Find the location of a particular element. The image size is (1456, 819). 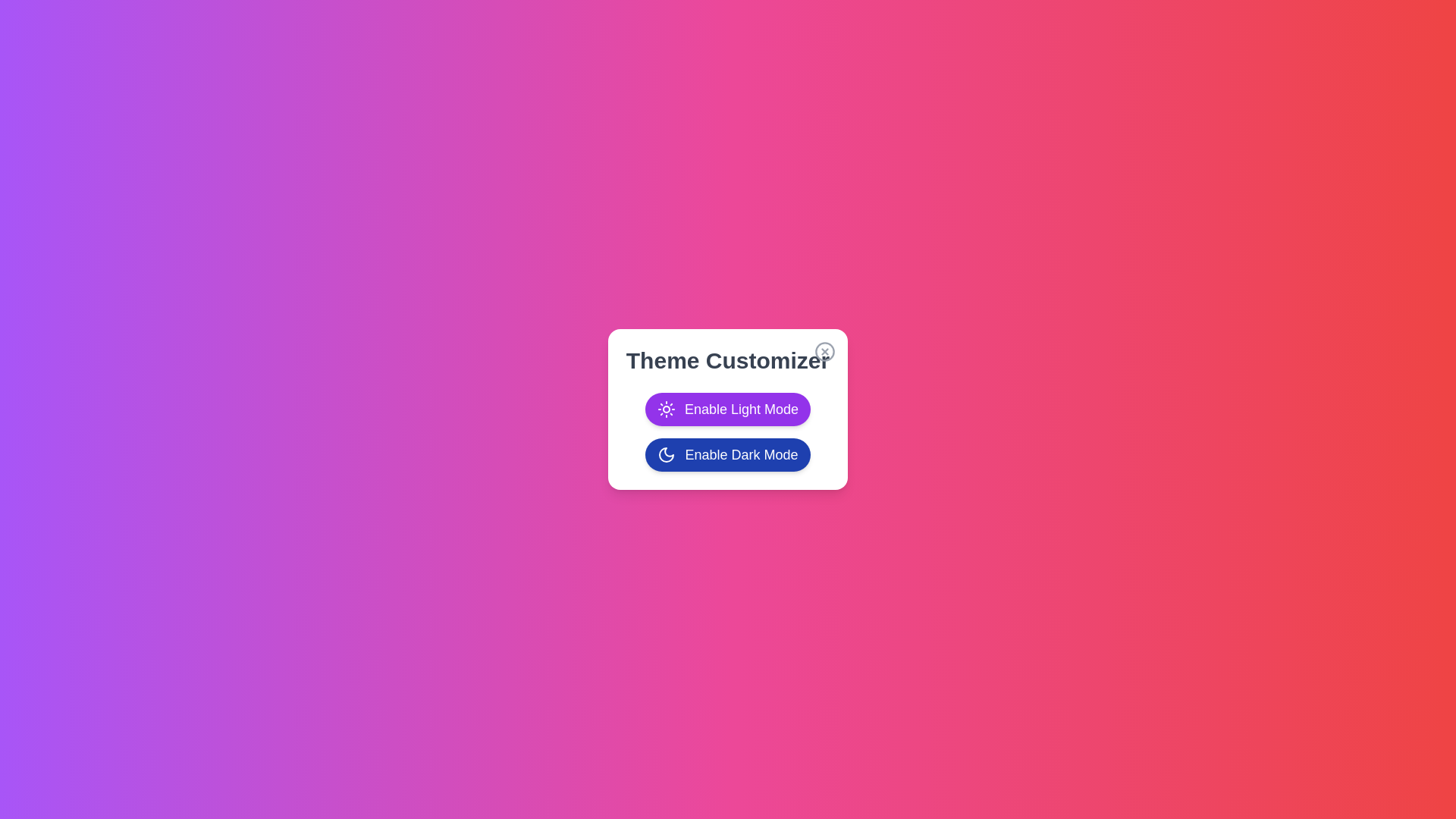

the 'Enable Light Mode' button to enable light mode is located at coordinates (728, 409).